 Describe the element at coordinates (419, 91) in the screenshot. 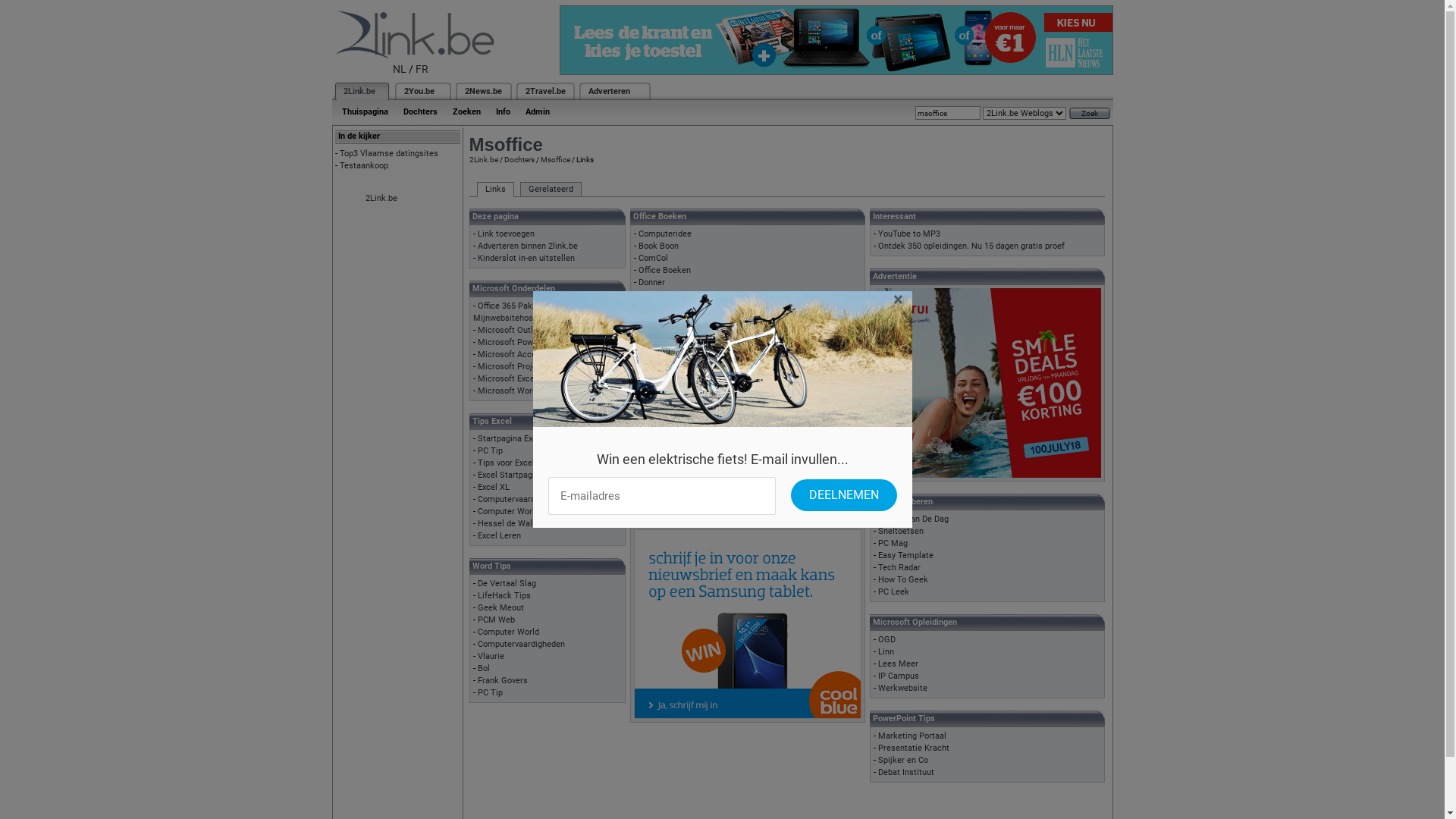

I see `'2You.be'` at that location.